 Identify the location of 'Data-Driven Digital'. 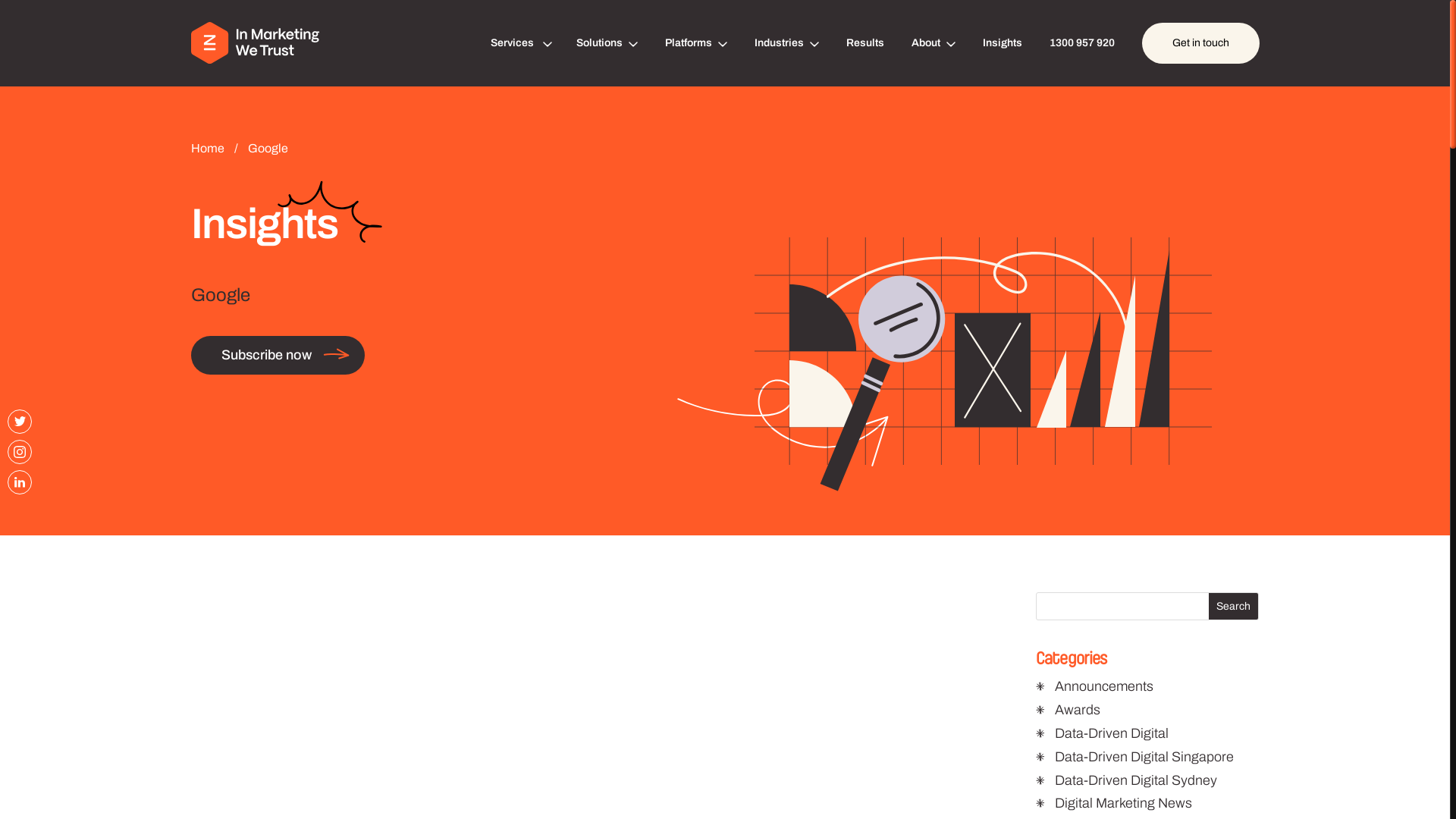
(1111, 733).